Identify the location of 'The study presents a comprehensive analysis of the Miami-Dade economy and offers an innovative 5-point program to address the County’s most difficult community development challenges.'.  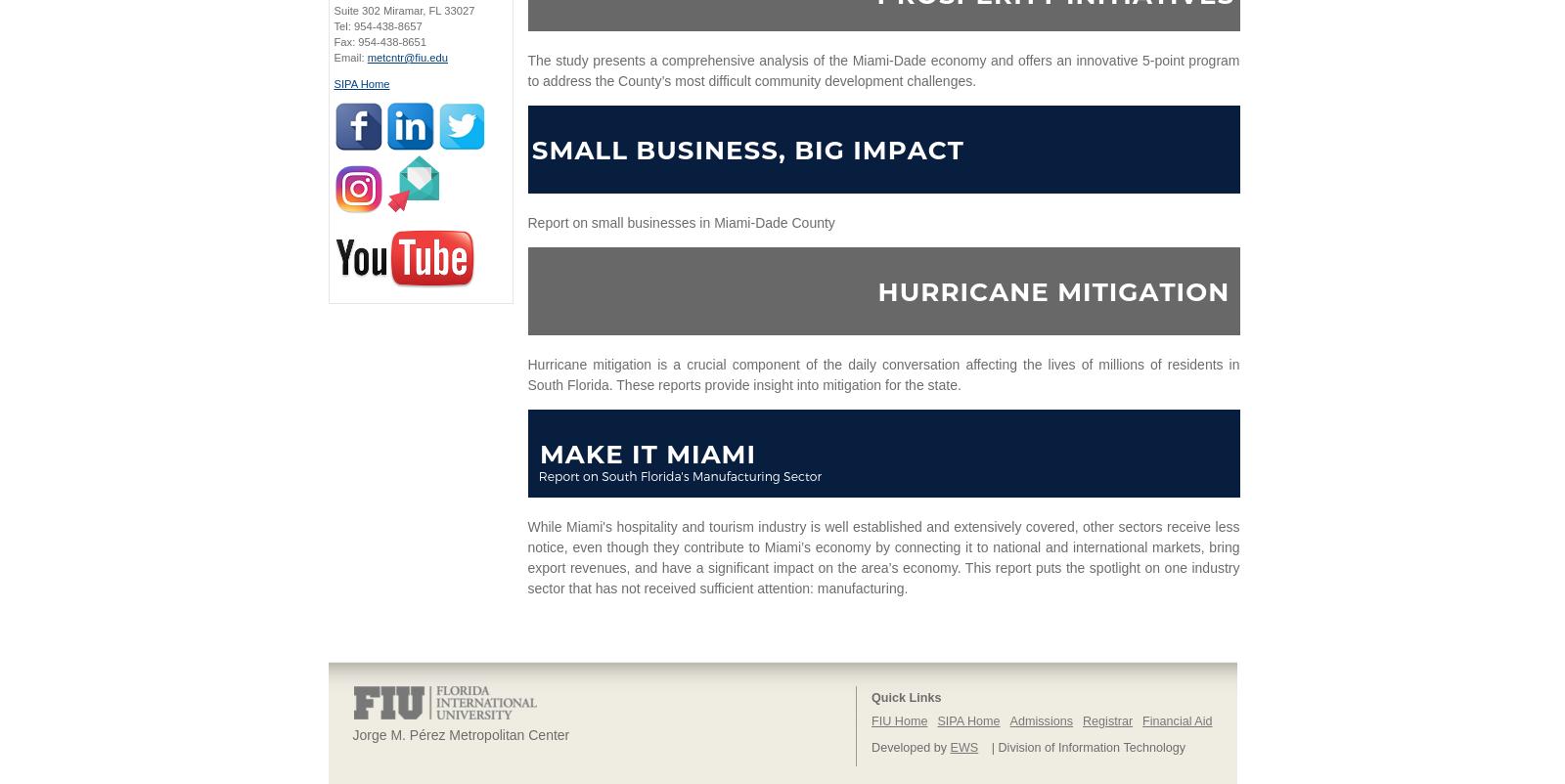
(526, 69).